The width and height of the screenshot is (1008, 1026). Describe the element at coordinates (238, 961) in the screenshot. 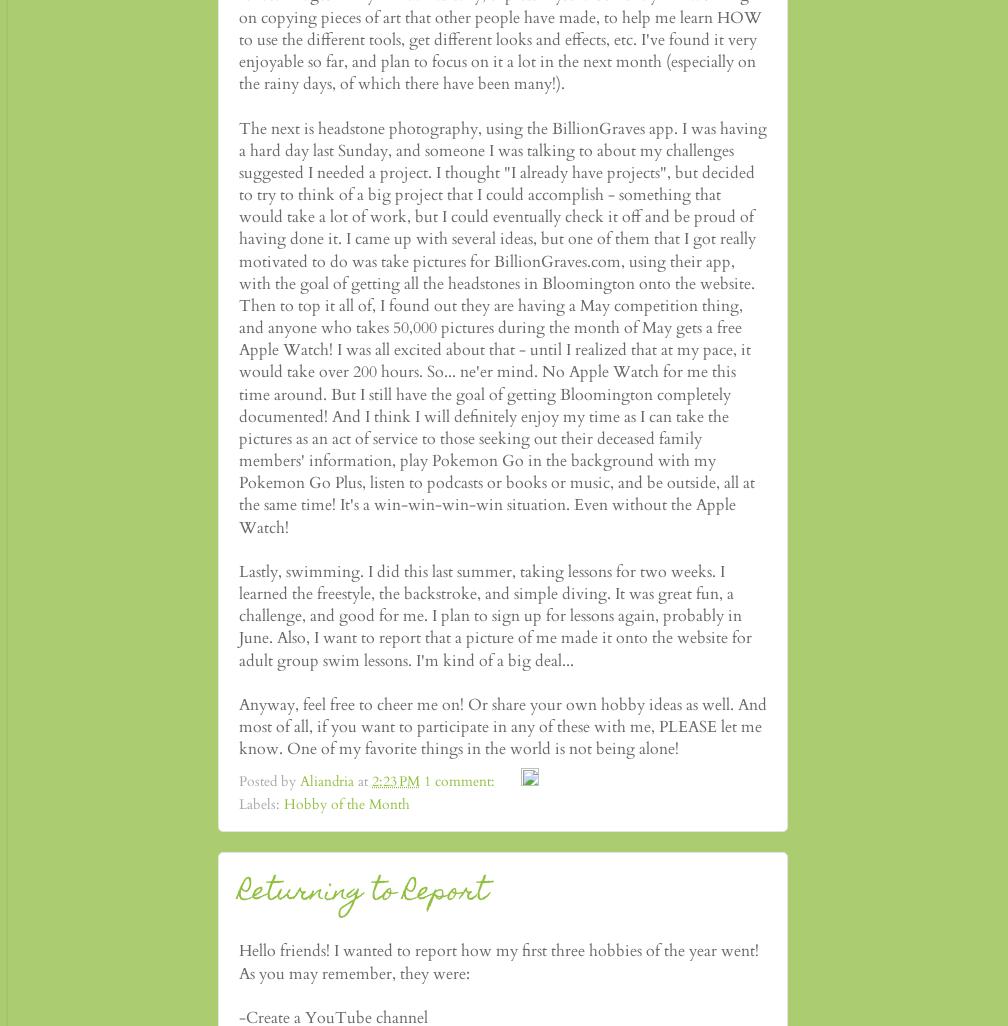

I see `'Hello friends! I wanted to report how my first three hobbies of the year went! As you may remember, they were:'` at that location.